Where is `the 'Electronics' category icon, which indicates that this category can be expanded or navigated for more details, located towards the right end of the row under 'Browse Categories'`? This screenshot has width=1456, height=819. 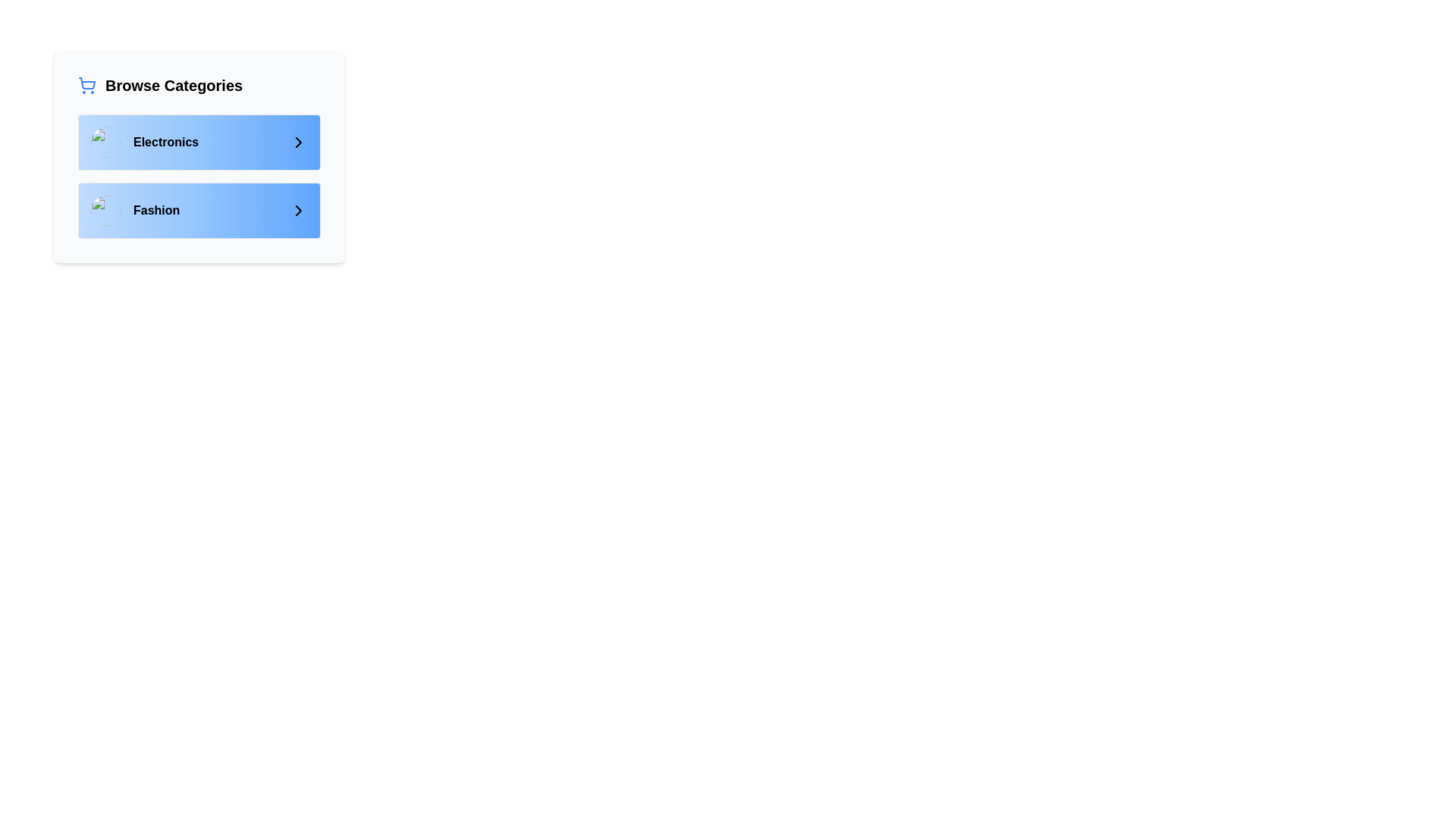
the 'Electronics' category icon, which indicates that this category can be expanded or navigated for more details, located towards the right end of the row under 'Browse Categories' is located at coordinates (298, 143).